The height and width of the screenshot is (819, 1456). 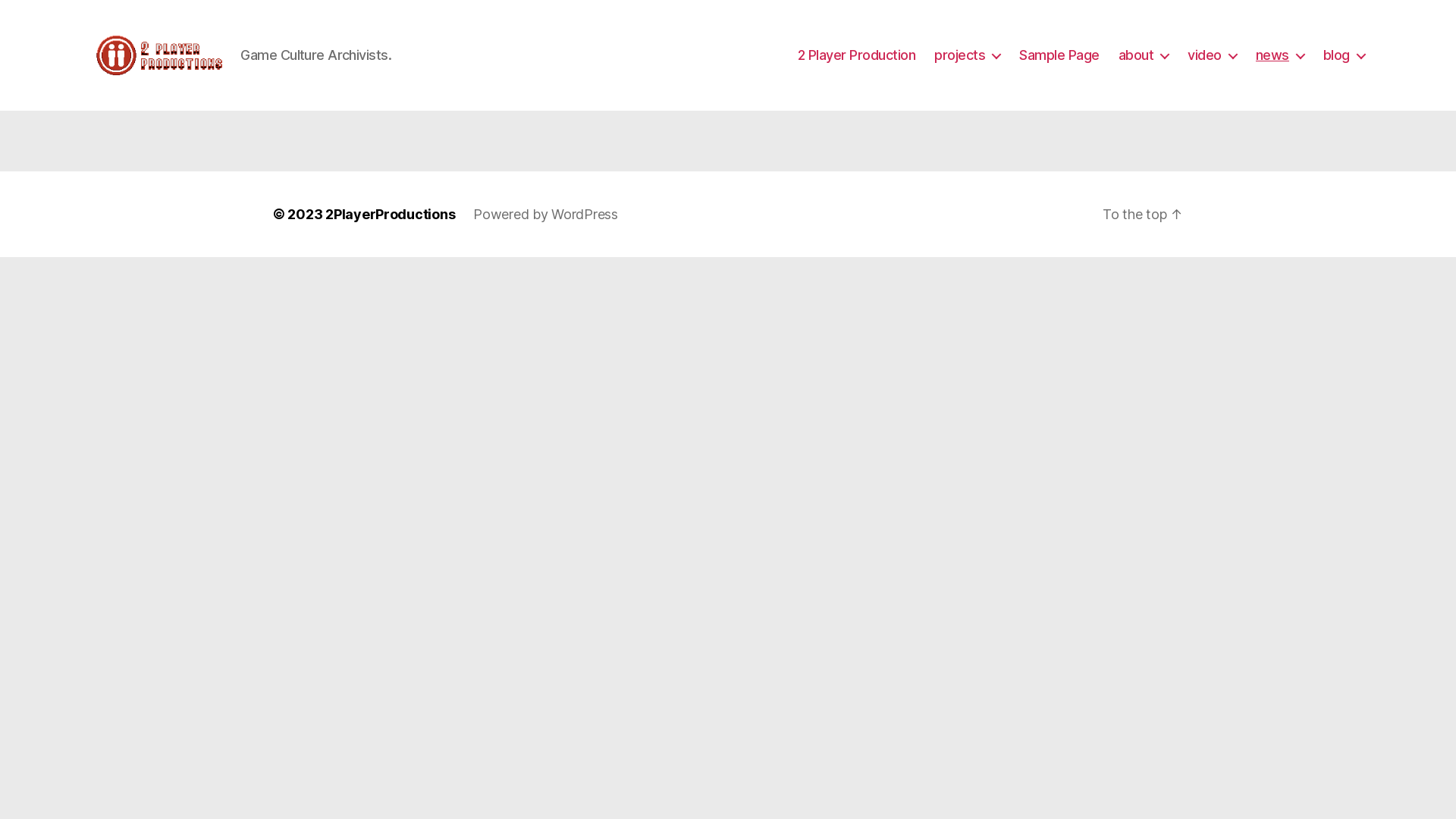 What do you see at coordinates (1279, 55) in the screenshot?
I see `'news'` at bounding box center [1279, 55].